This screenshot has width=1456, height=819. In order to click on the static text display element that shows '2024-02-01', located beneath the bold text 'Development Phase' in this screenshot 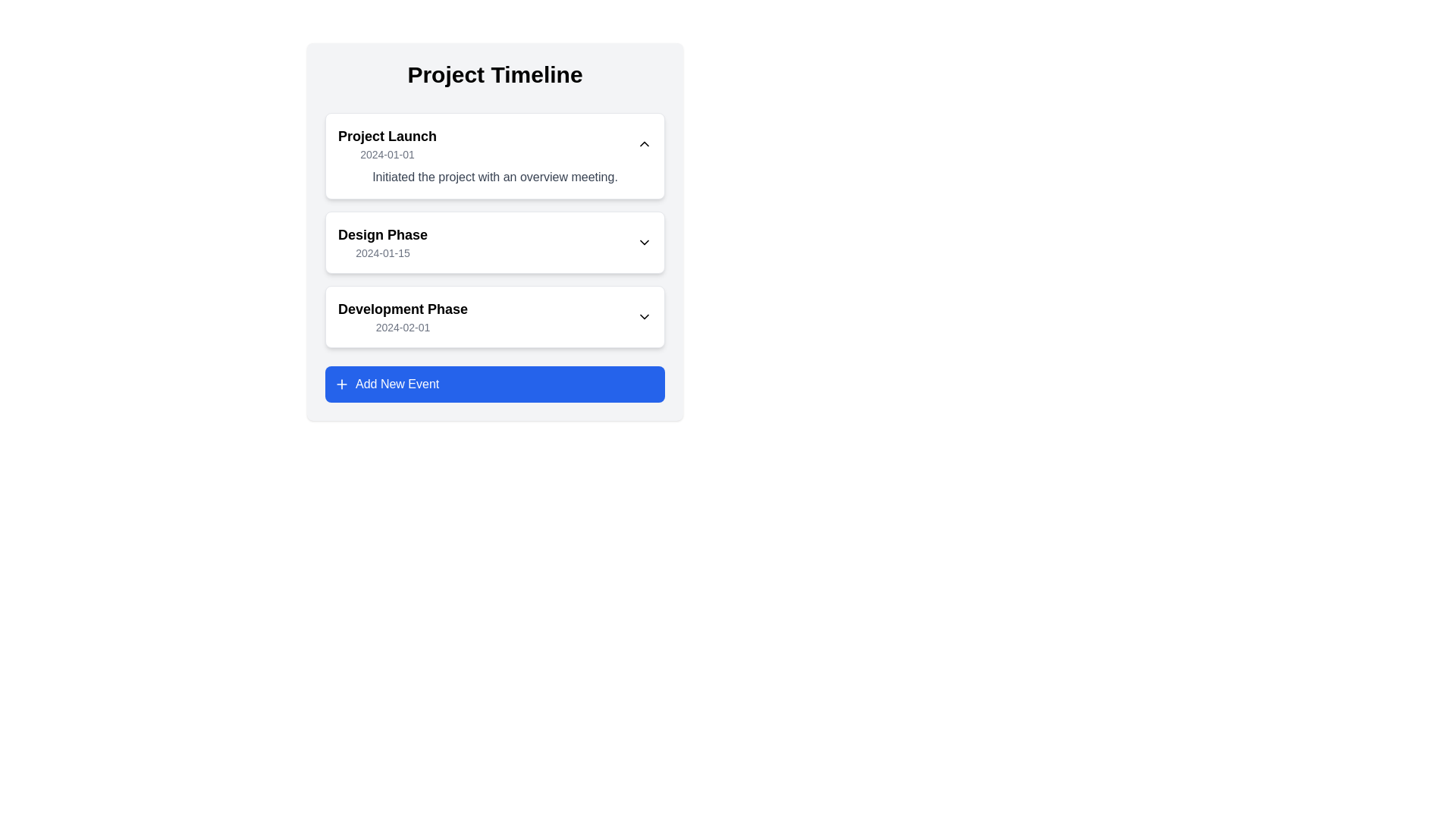, I will do `click(403, 327)`.